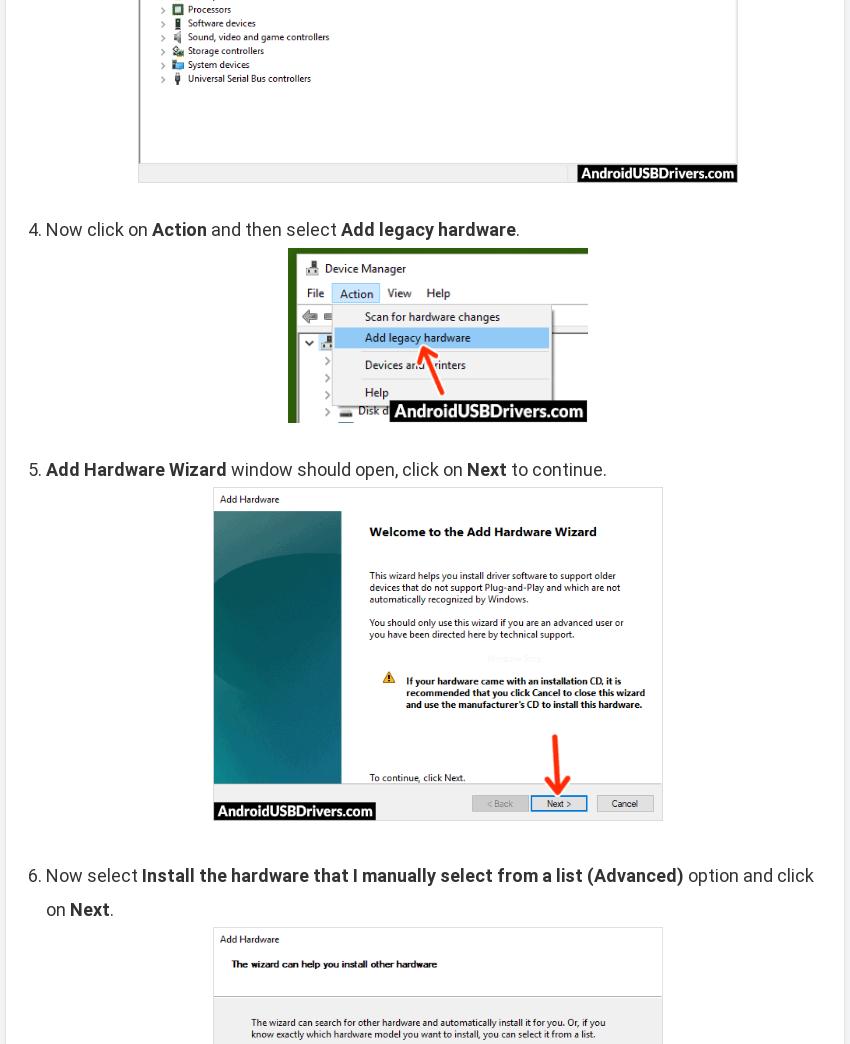 The width and height of the screenshot is (850, 1044). Describe the element at coordinates (413, 874) in the screenshot. I see `'Install the hardware that I manually select from a list (Advanced)'` at that location.